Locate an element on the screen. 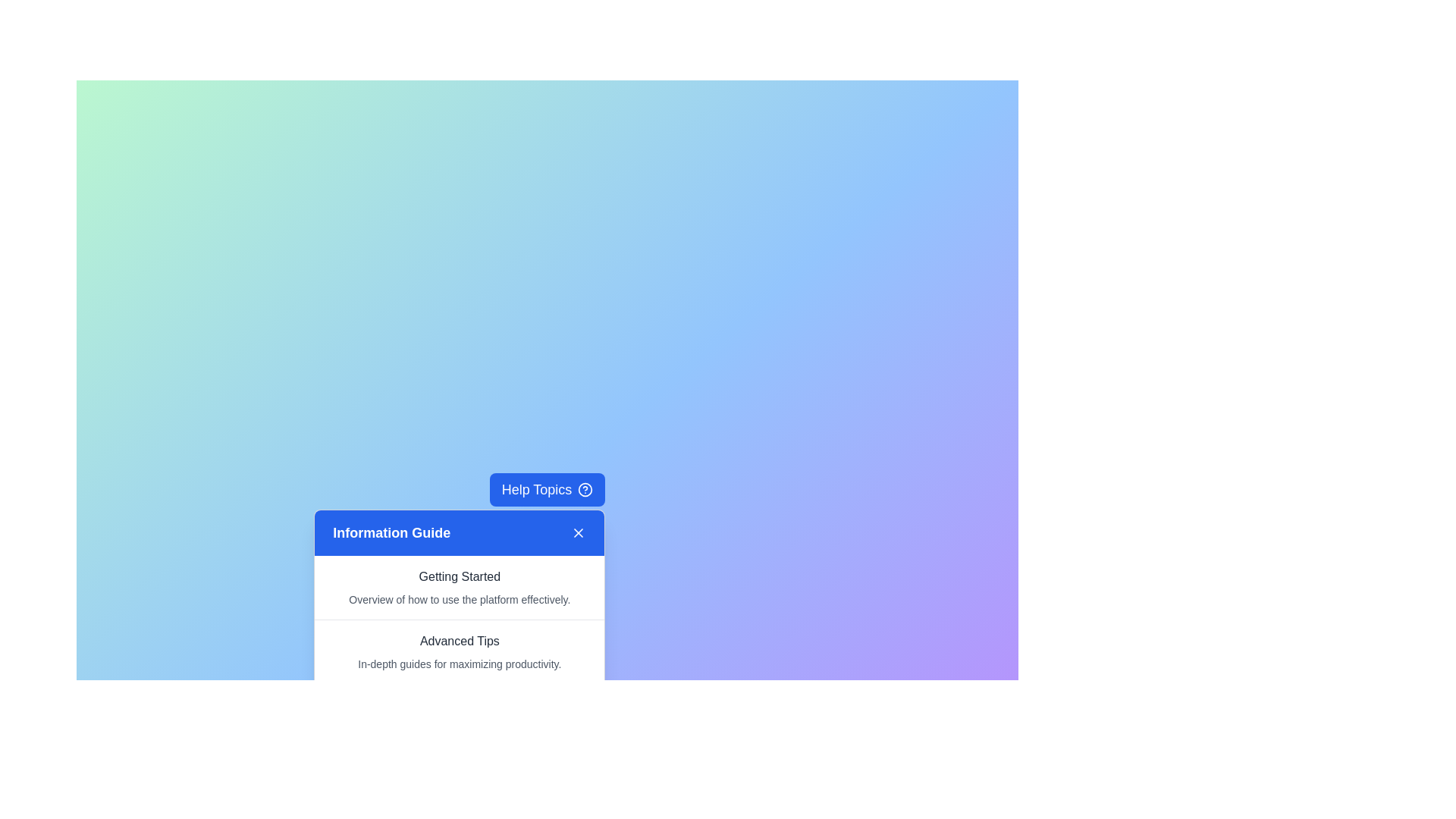 This screenshot has height=819, width=1456. text element styled with a small font size and gray color that contains 'In-depth guides for maximizing productivity.' located below the heading 'Advanced Tips' in the 'Information Guide' popup is located at coordinates (459, 663).